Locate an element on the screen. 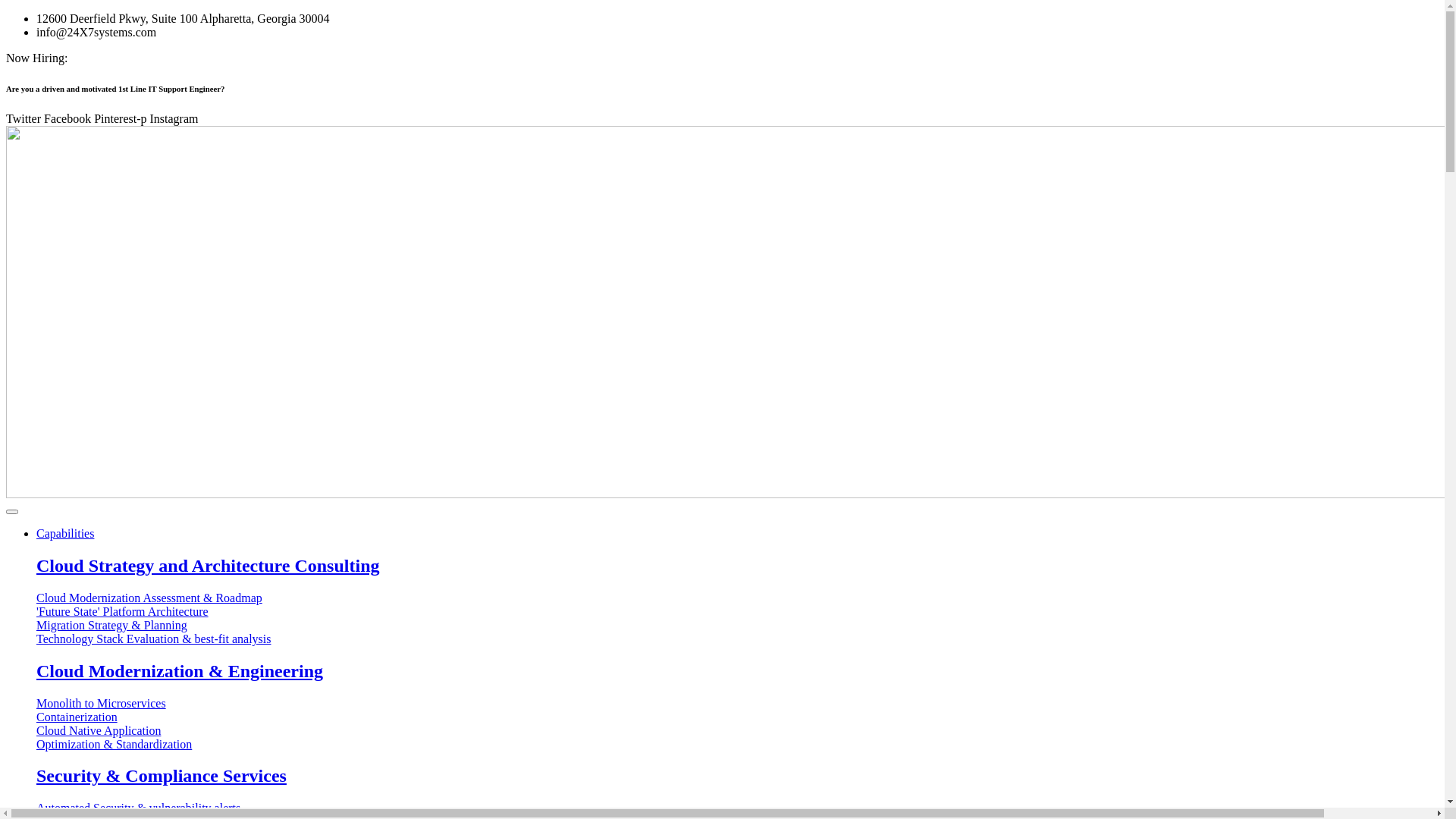 Image resolution: width=1456 pixels, height=819 pixels. 'Migration Strategy & Planning' is located at coordinates (36, 626).